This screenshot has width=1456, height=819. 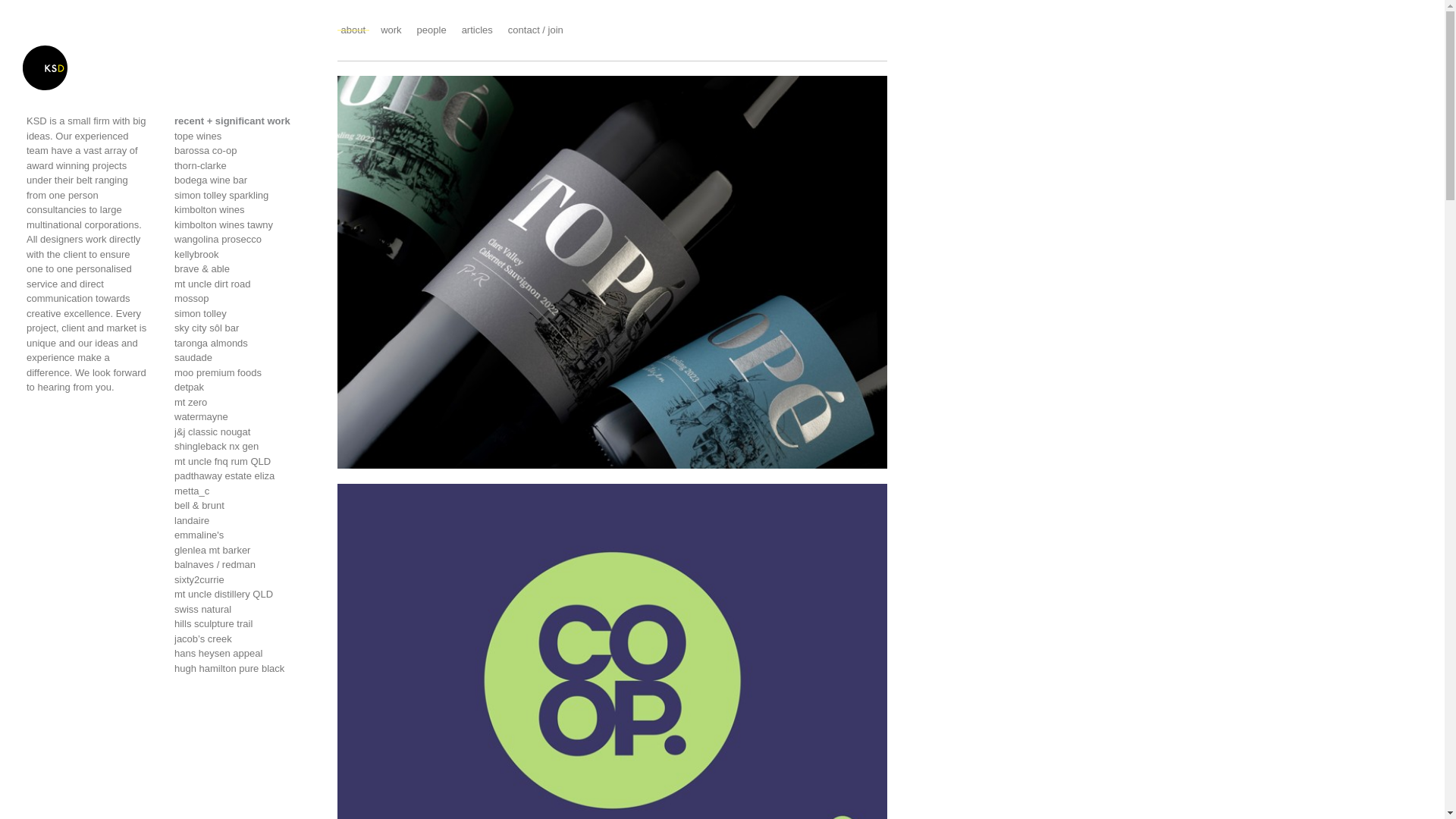 What do you see at coordinates (243, 491) in the screenshot?
I see `'metta_c'` at bounding box center [243, 491].